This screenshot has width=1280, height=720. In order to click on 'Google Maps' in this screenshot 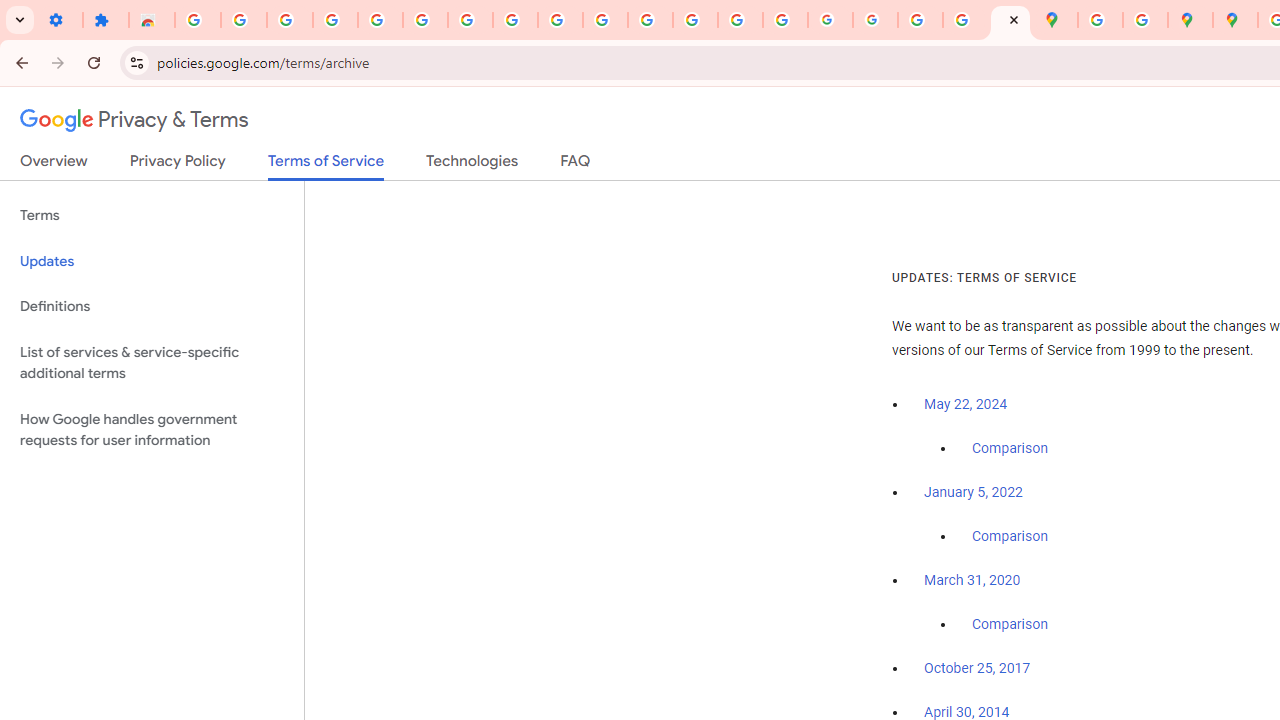, I will do `click(1054, 20)`.